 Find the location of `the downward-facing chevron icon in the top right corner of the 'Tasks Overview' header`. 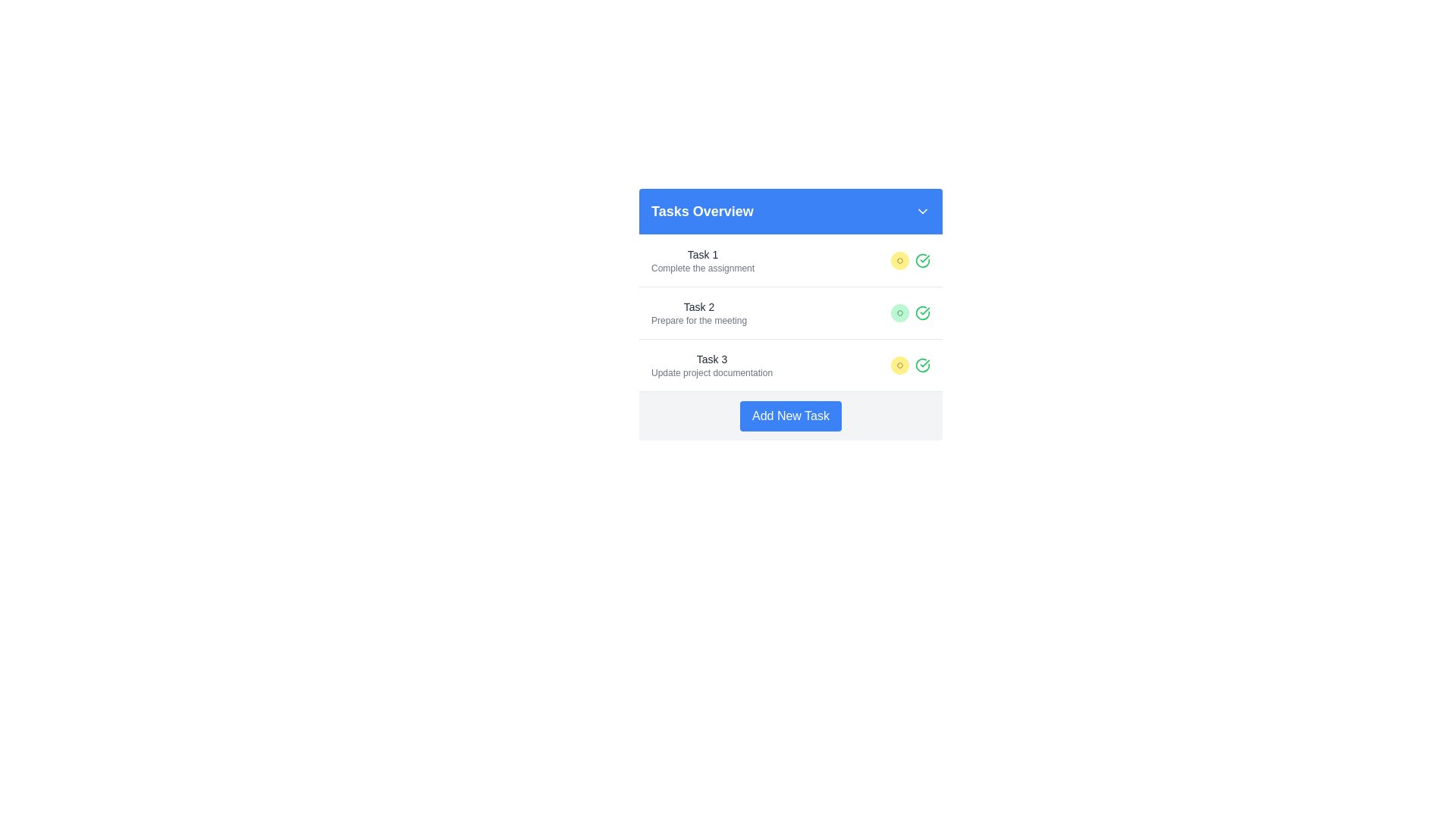

the downward-facing chevron icon in the top right corner of the 'Tasks Overview' header is located at coordinates (922, 211).